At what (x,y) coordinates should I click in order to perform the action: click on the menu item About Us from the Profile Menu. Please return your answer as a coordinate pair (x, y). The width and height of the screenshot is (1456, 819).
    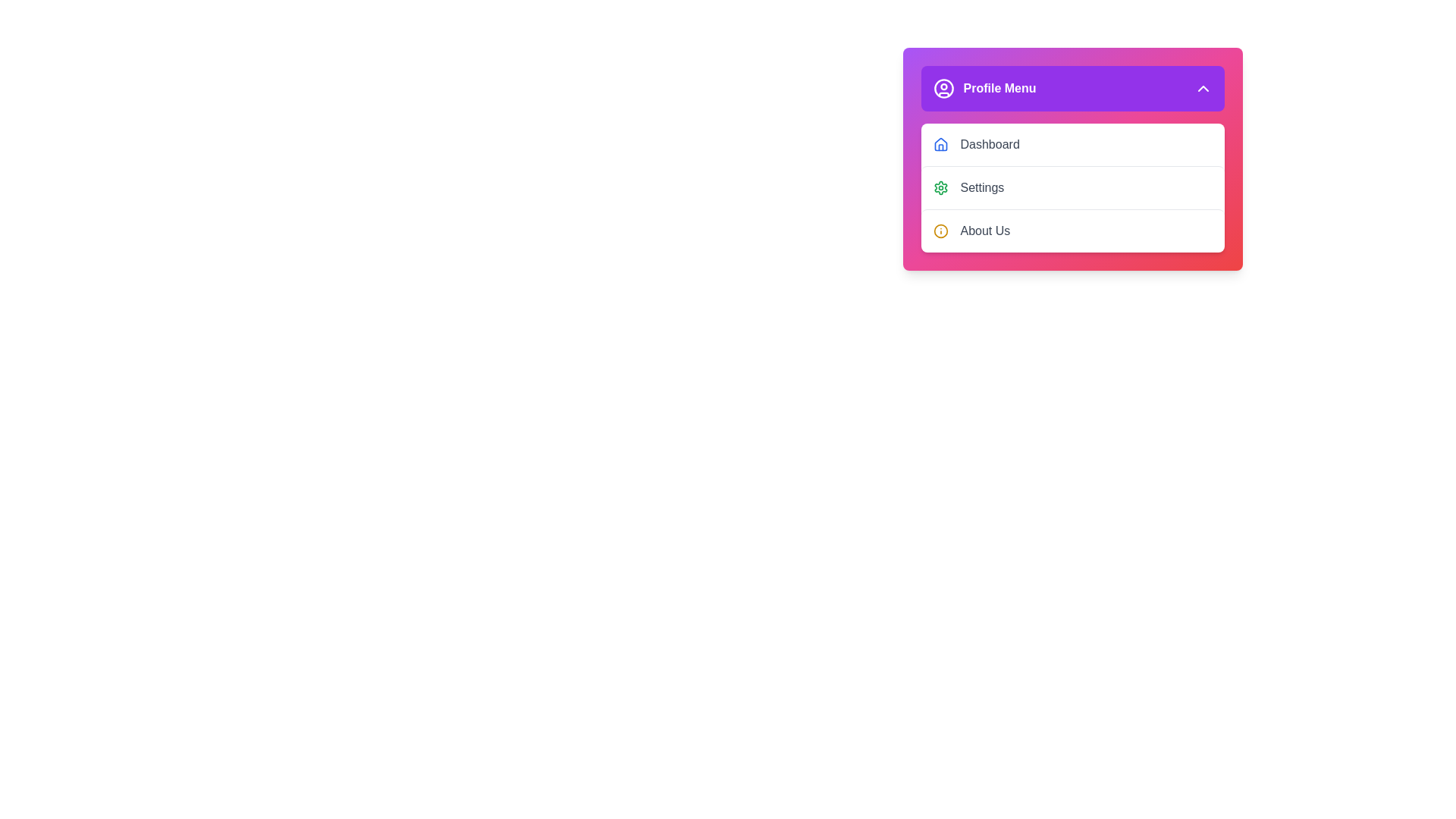
    Looking at the image, I should click on (1072, 231).